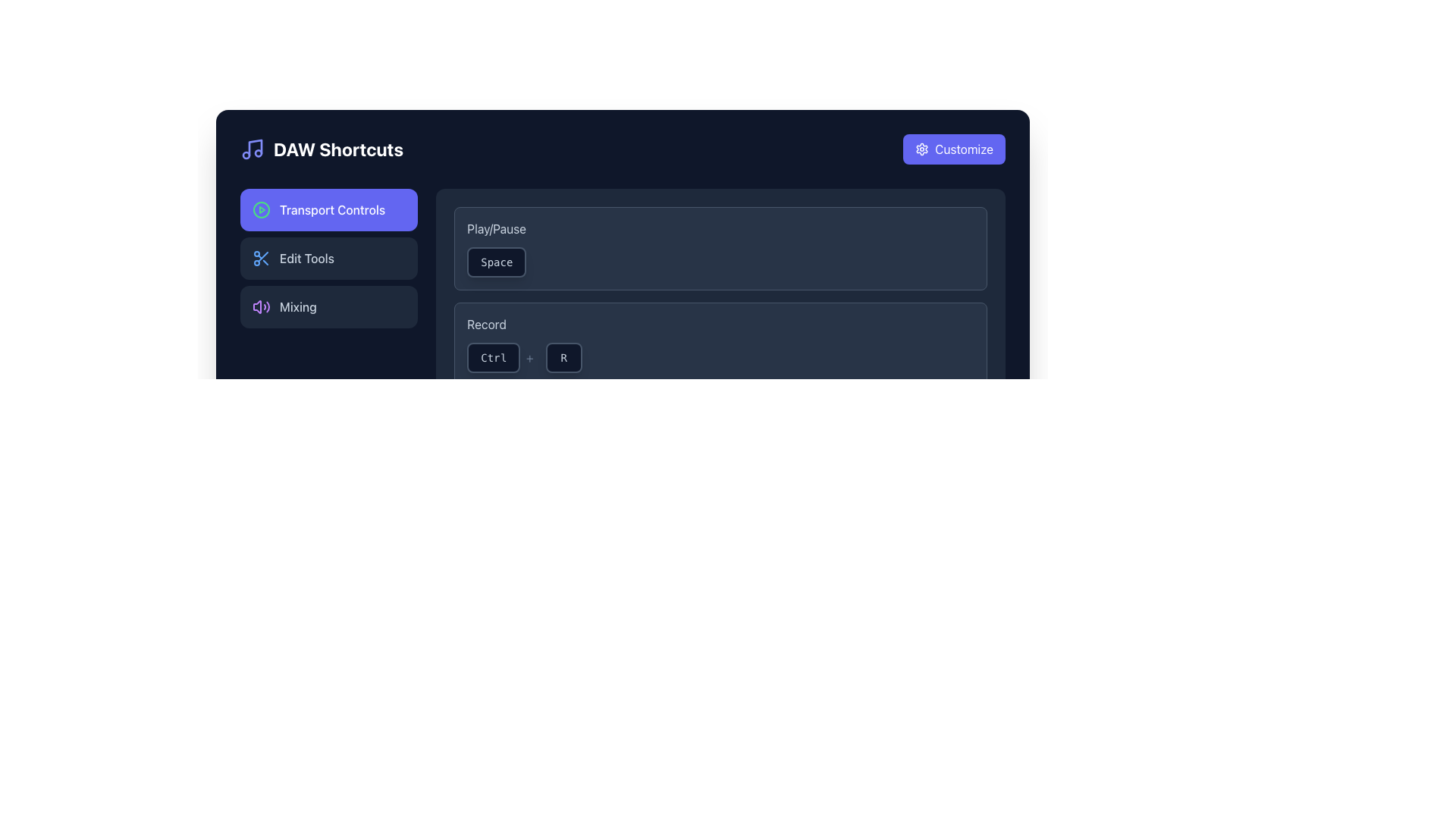 The image size is (1456, 819). Describe the element at coordinates (262, 210) in the screenshot. I see `the circular play icon with a green outline and triangular play symbol, located to the left of the 'Transport Controls' text within the blue button in the left navigation sidebar` at that location.